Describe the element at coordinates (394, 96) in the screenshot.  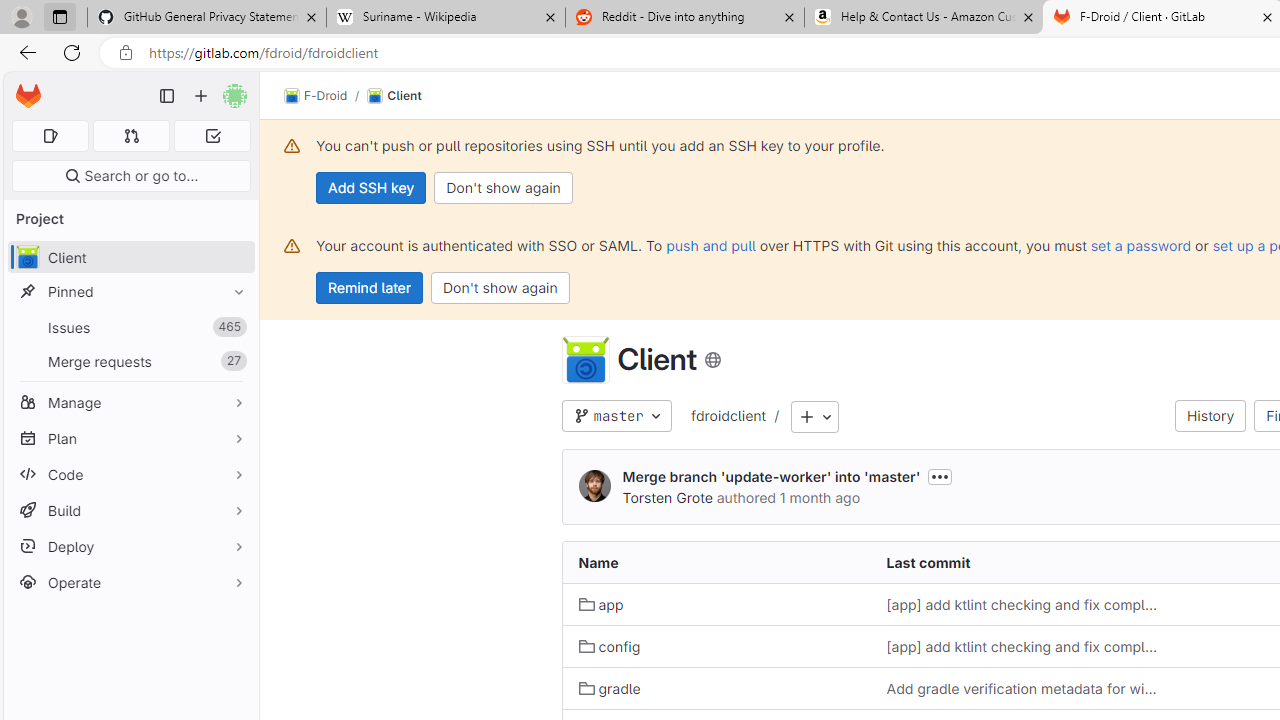
I see `'Client'` at that location.